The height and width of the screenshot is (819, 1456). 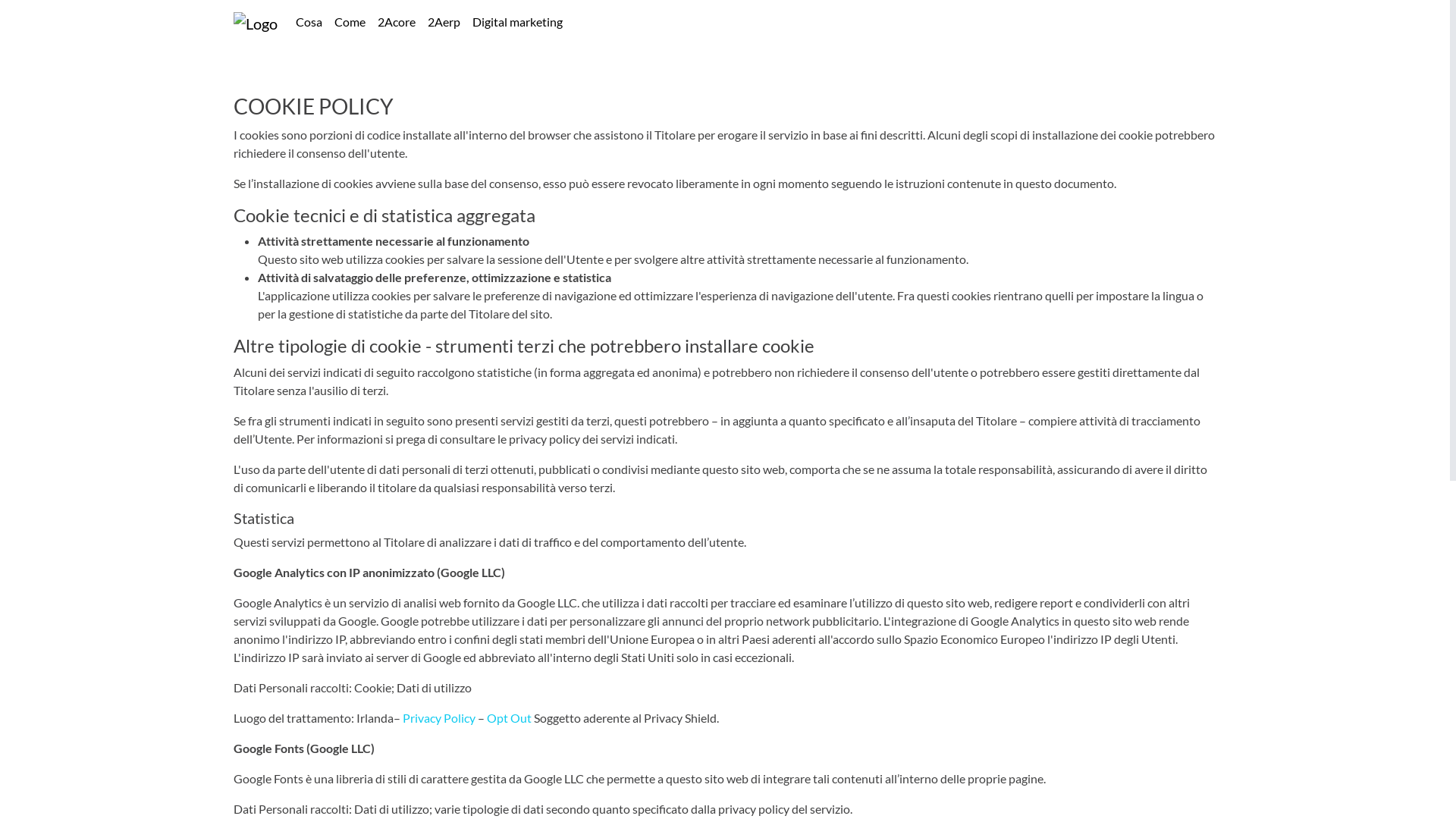 I want to click on 'Privacy Policy', so click(x=403, y=717).